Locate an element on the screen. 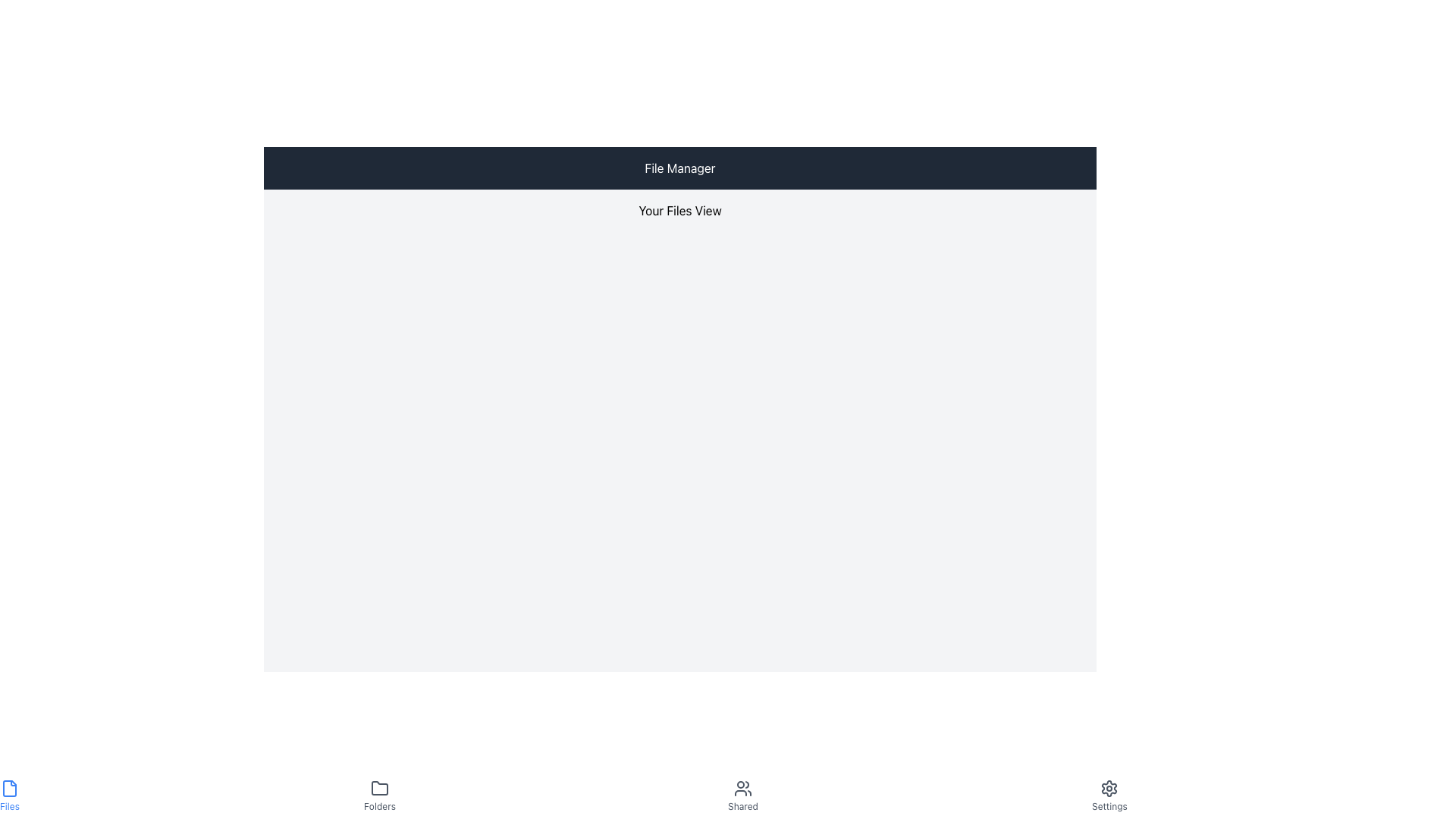 The height and width of the screenshot is (819, 1456). the 'File Manager' header to check for visual changes is located at coordinates (679, 168).